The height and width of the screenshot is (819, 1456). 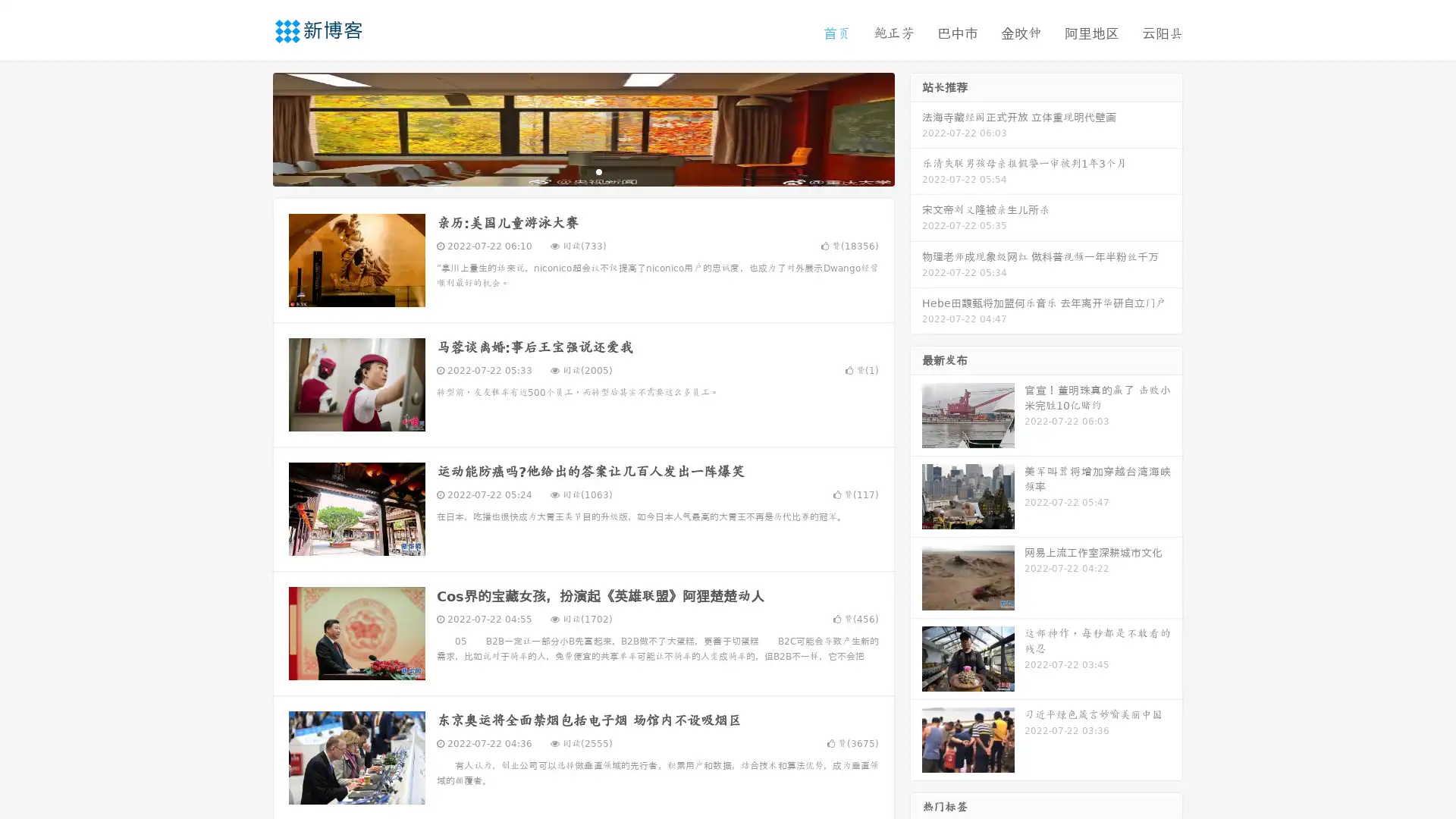 What do you see at coordinates (582, 171) in the screenshot?
I see `Go to slide 2` at bounding box center [582, 171].